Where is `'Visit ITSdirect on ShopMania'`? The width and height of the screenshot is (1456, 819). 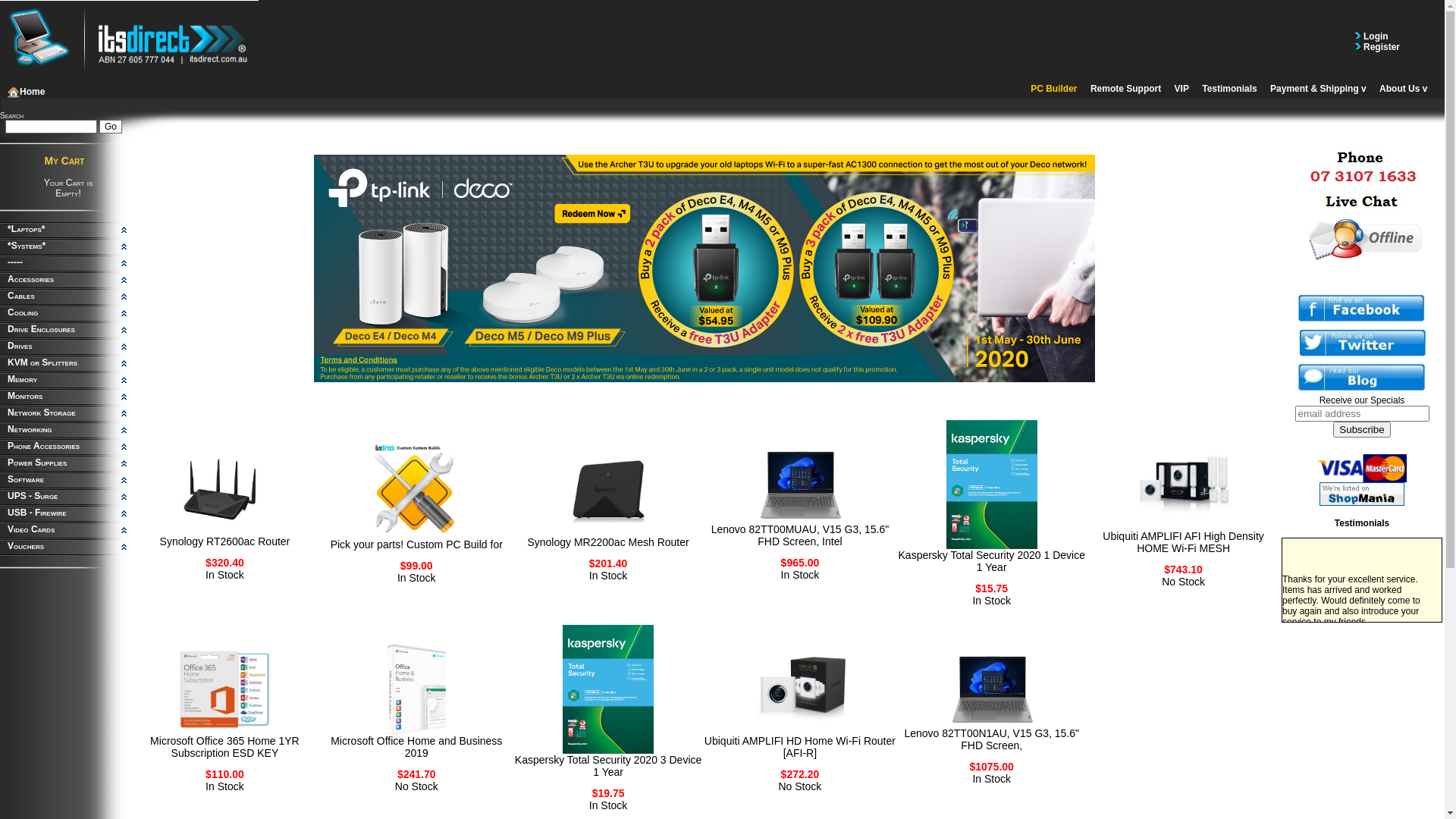
'Visit ITSdirect on ShopMania' is located at coordinates (1361, 494).